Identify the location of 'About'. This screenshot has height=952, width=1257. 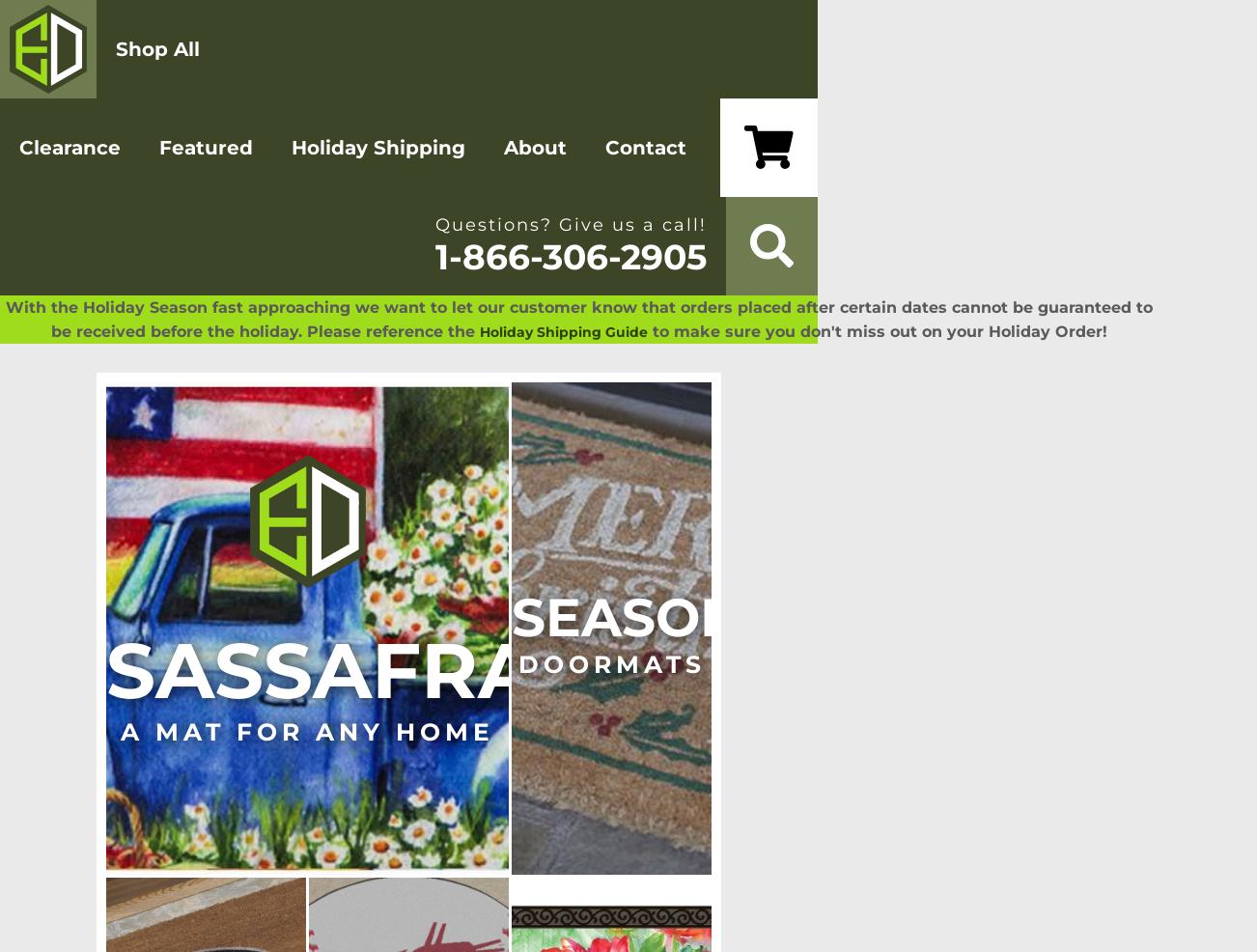
(535, 148).